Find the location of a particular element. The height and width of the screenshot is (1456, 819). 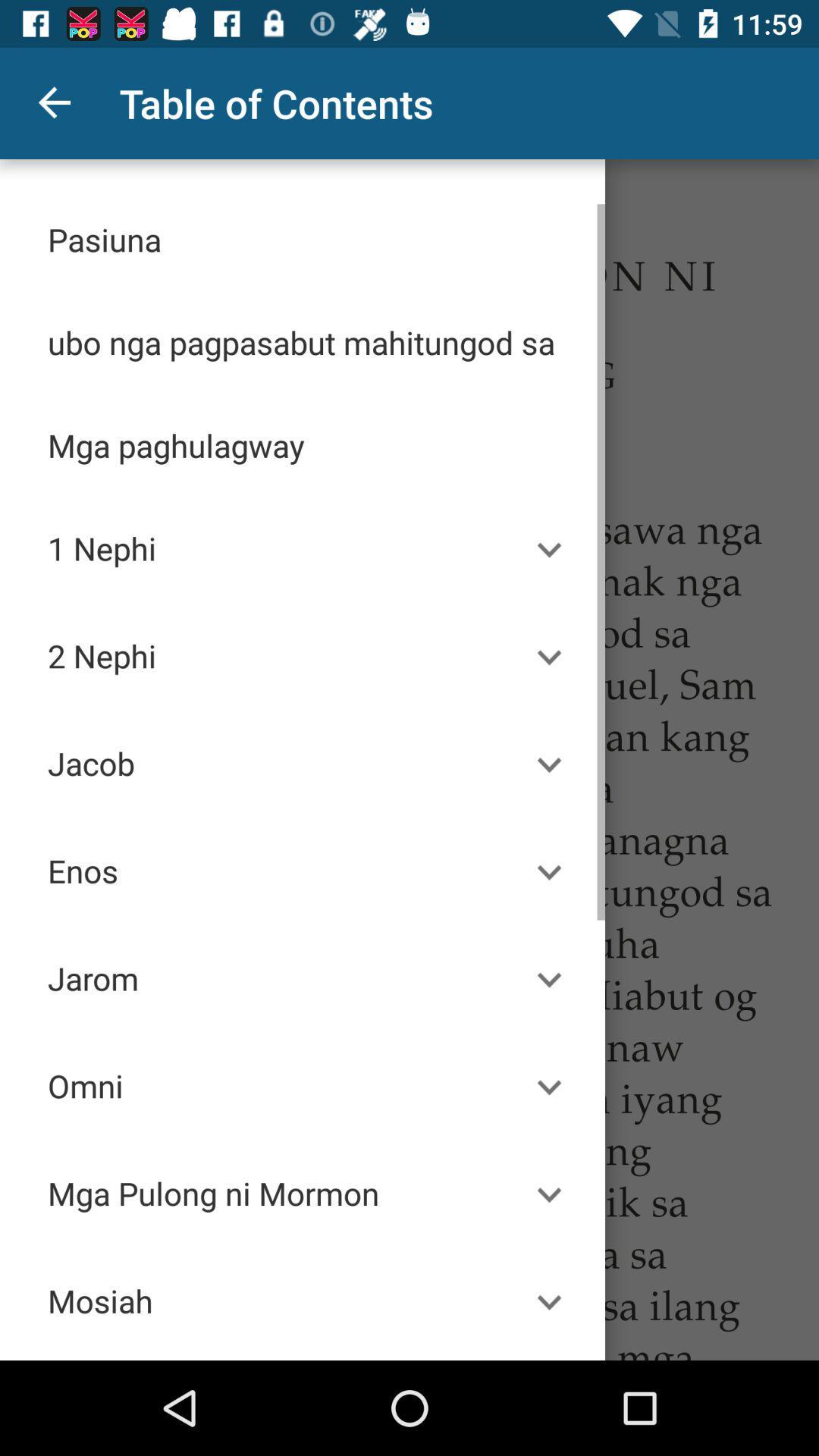

the item at the top left corner is located at coordinates (55, 102).